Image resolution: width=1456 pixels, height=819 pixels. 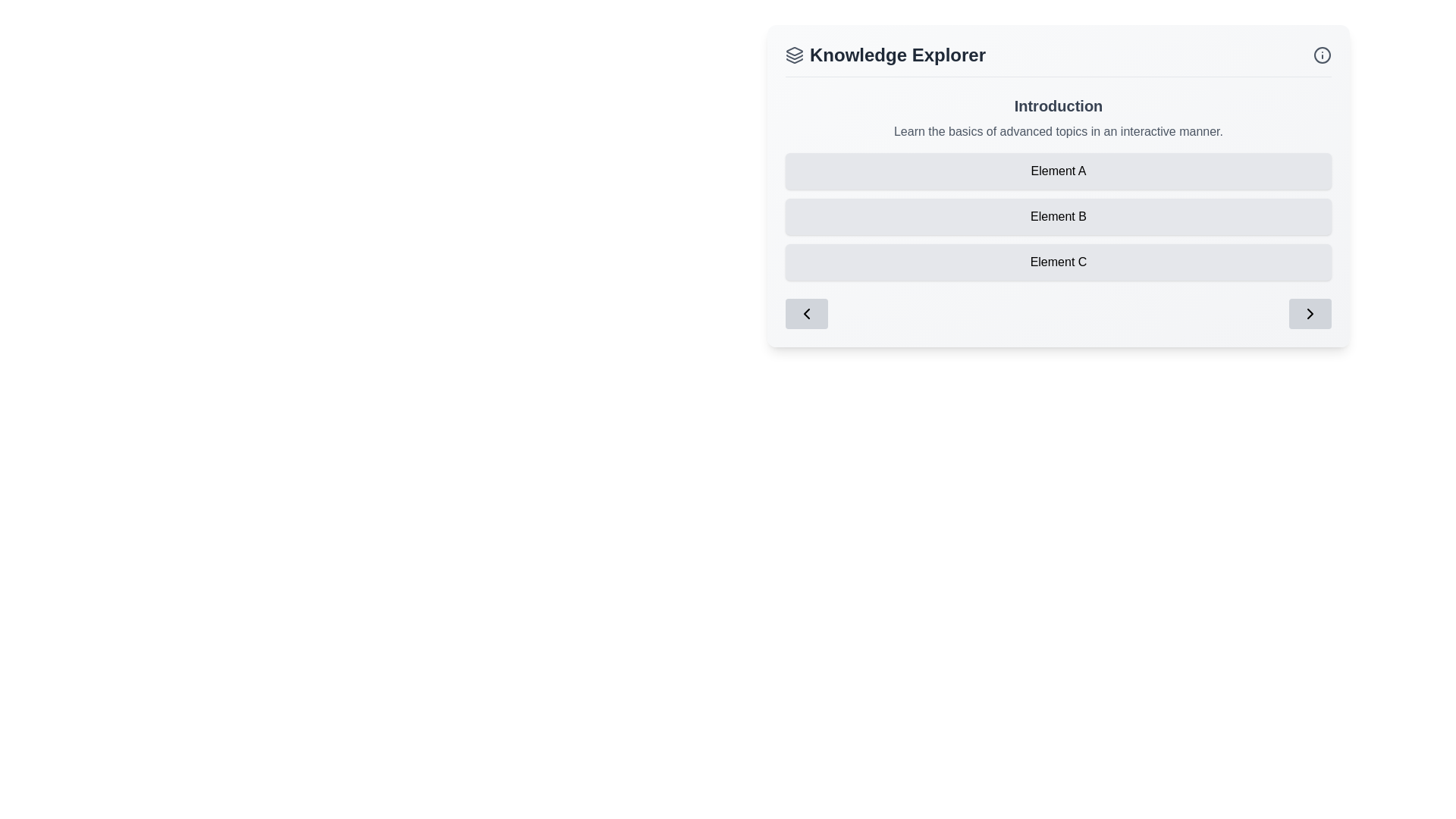 I want to click on the non-interactive list item labeled 'Element A' located at the top of a vertically arranged list of three elements, so click(x=1058, y=171).